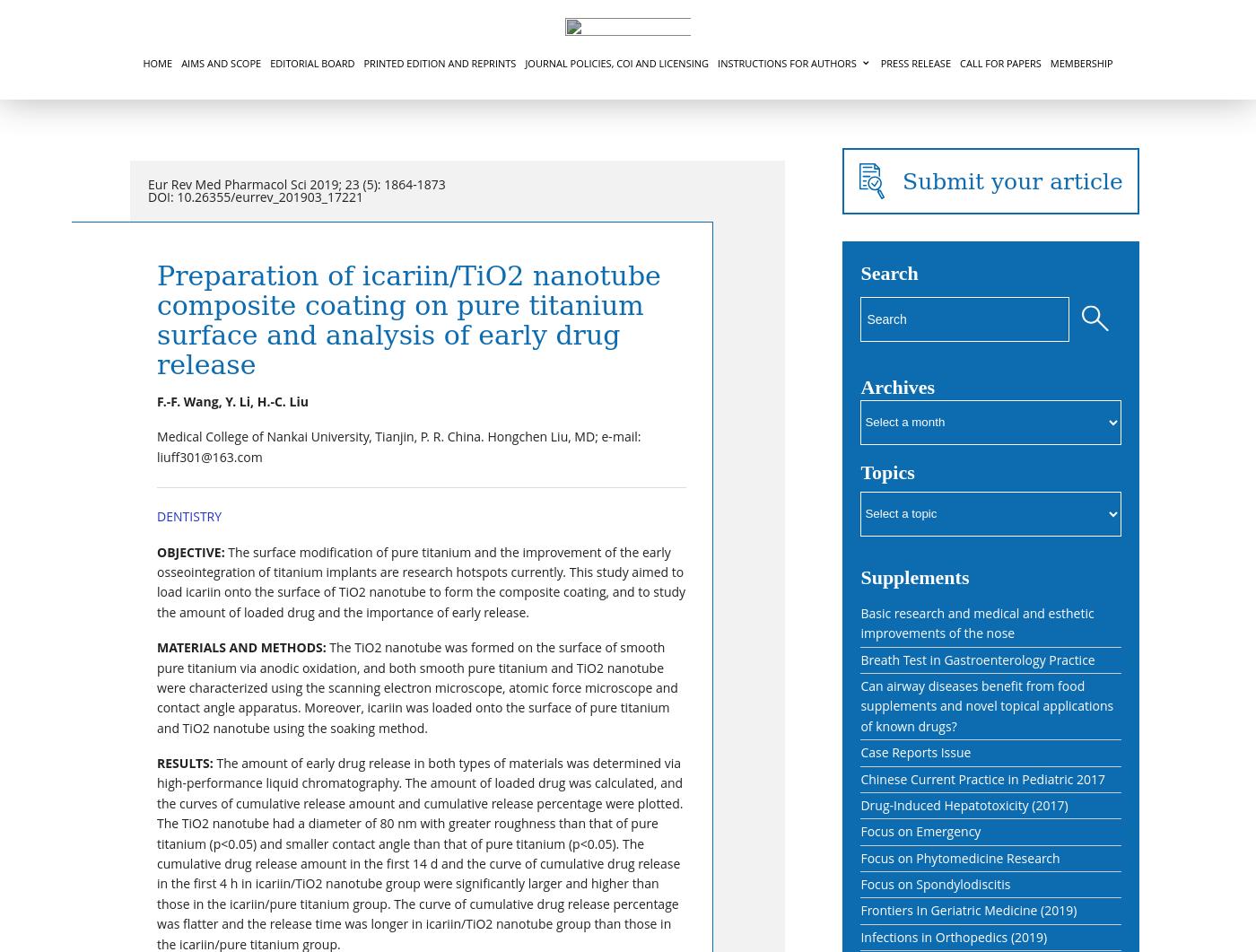  Describe the element at coordinates (915, 752) in the screenshot. I see `'Case Reports Issue'` at that location.